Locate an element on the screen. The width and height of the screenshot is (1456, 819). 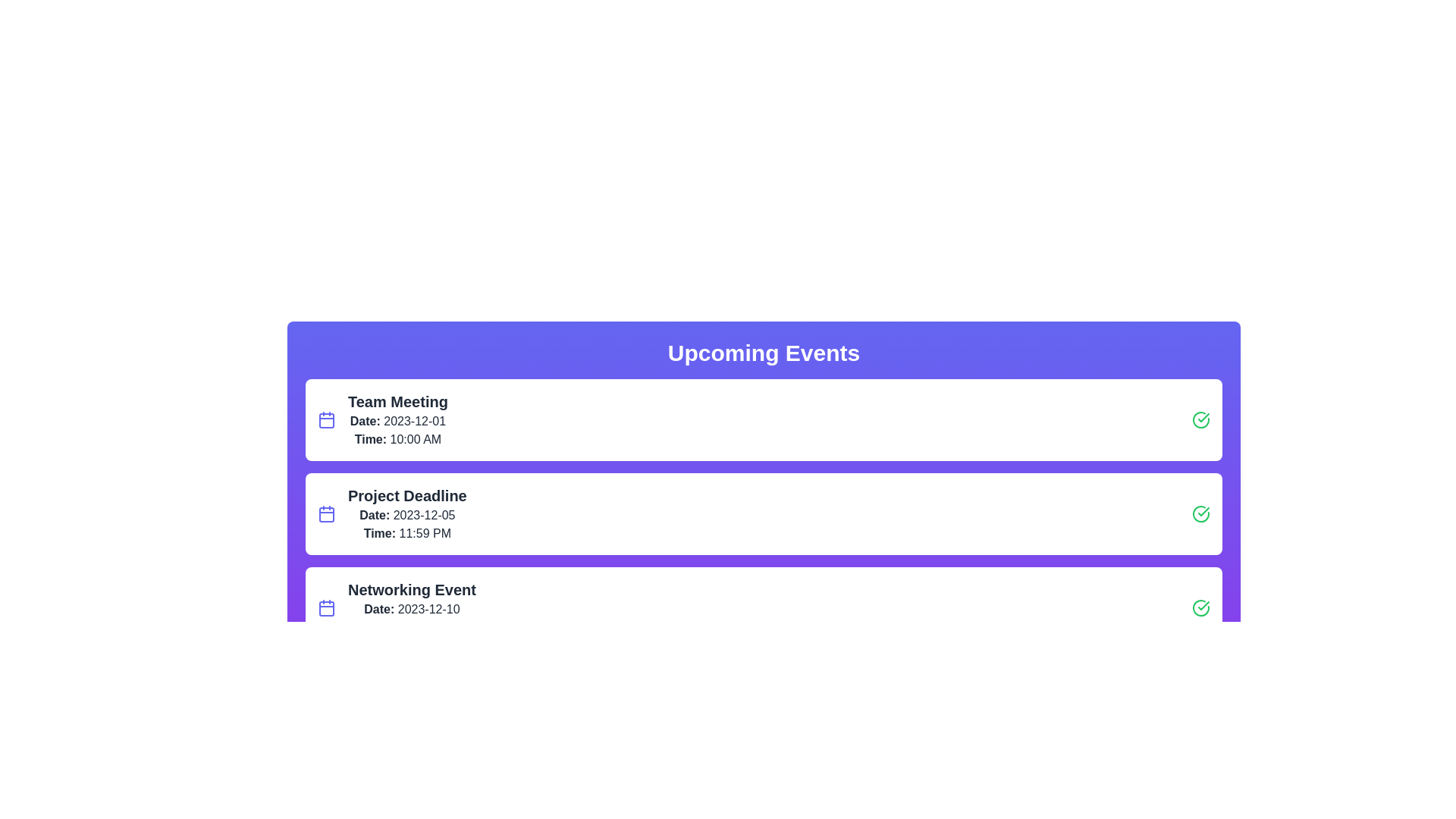
the text label indicating the time '11:59 PM' for the second event entry labeled 'Project Deadline' in the 'Upcoming Events' list is located at coordinates (379, 532).